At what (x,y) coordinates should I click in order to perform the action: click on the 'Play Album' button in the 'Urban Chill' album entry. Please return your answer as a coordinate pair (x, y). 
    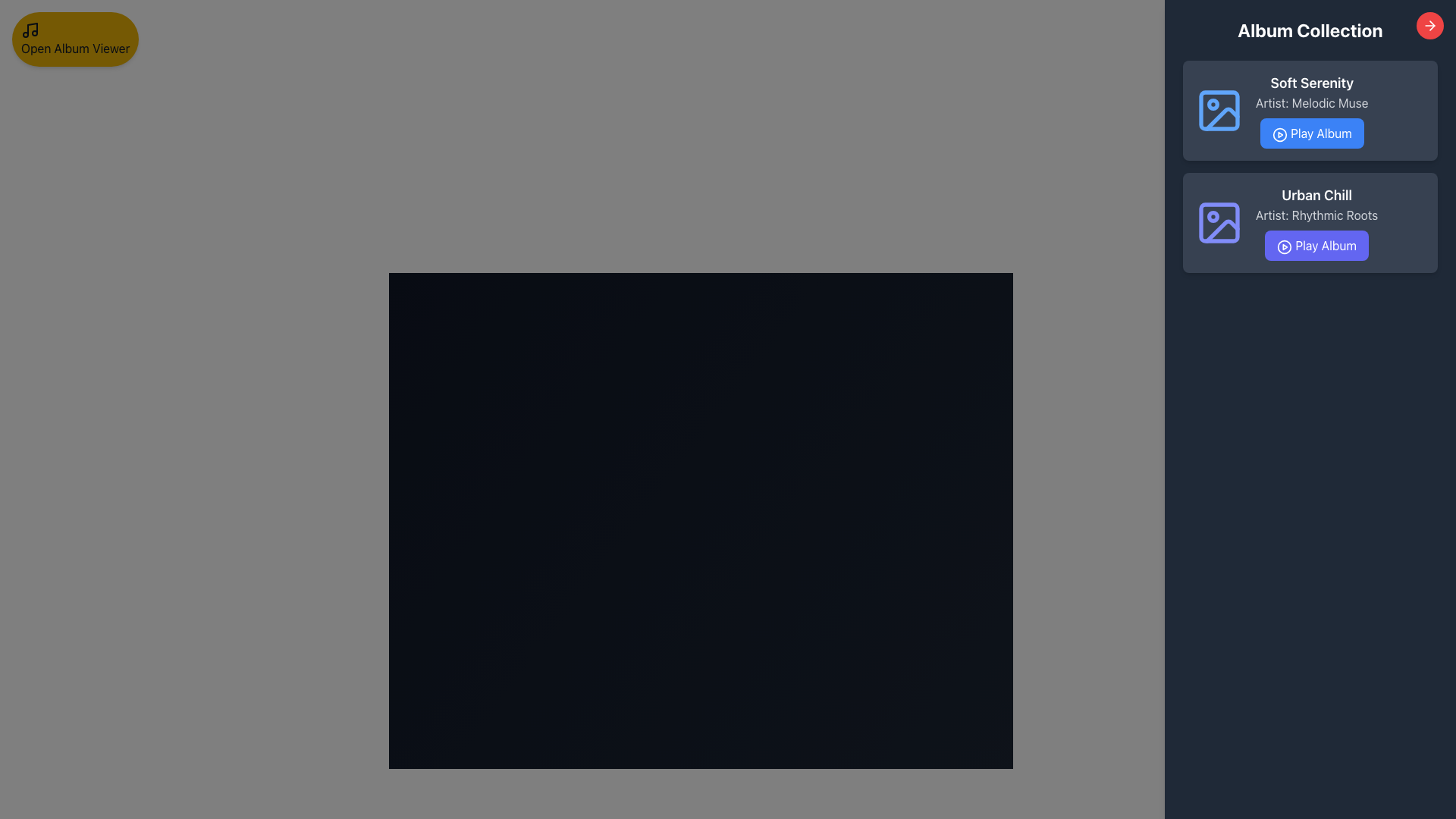
    Looking at the image, I should click on (1316, 222).